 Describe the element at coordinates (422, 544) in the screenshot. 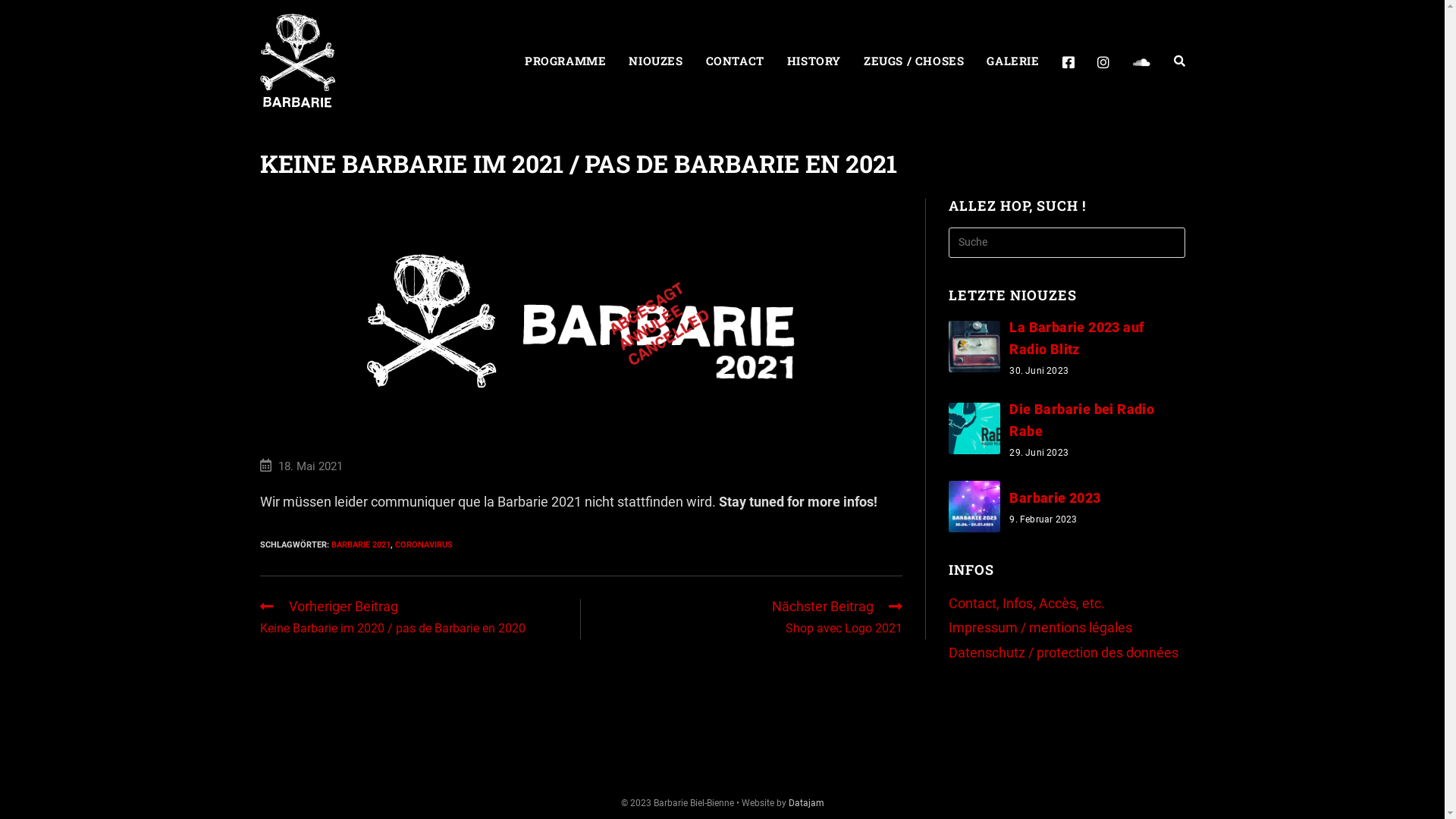

I see `'CORONAVIRUS'` at that location.